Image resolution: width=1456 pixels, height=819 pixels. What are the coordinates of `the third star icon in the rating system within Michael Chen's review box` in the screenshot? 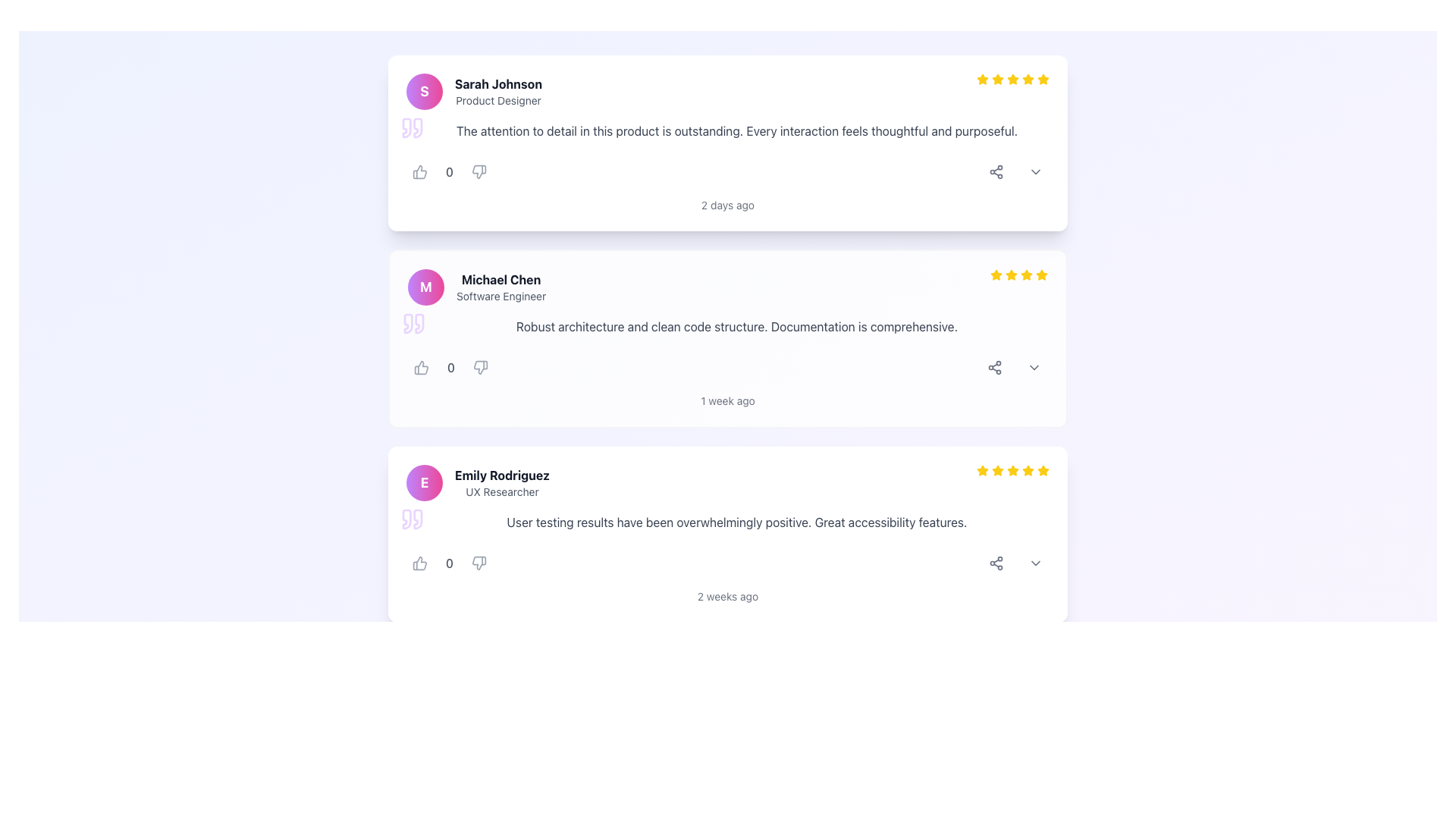 It's located at (1012, 275).